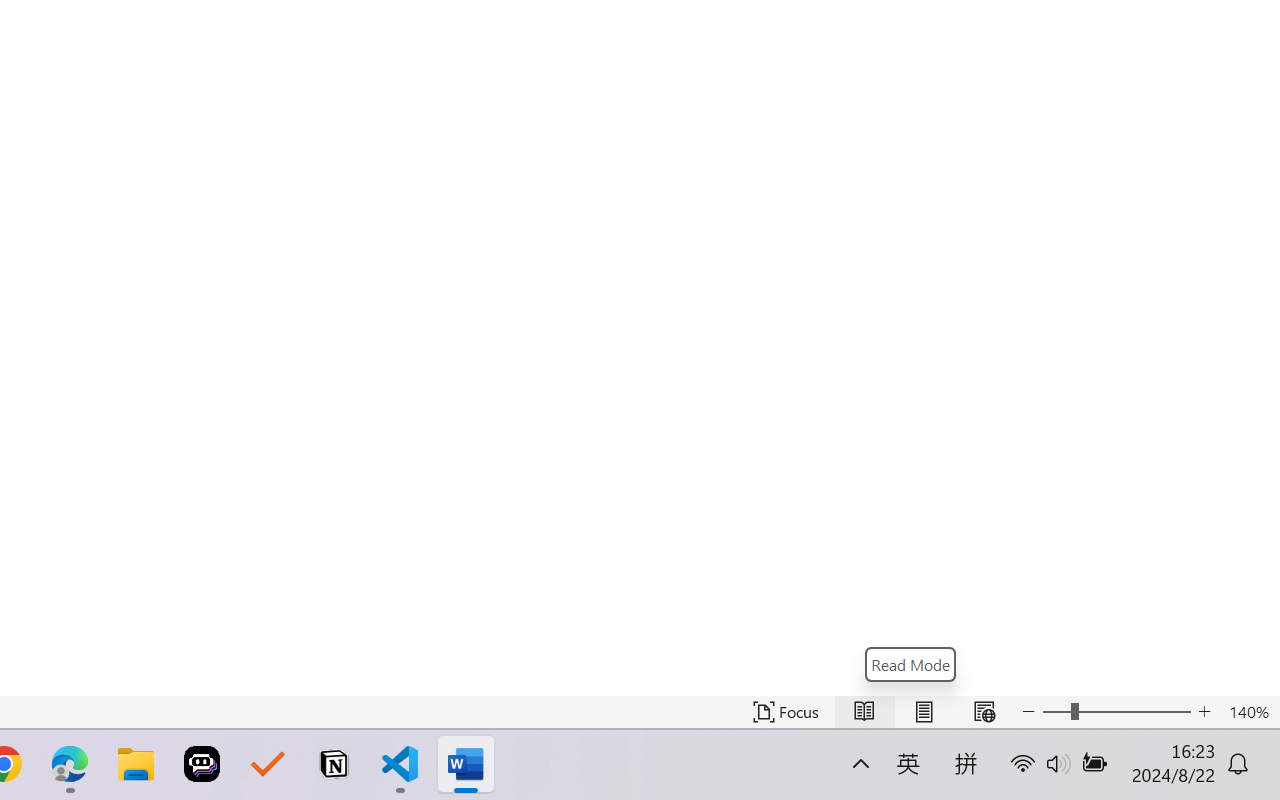 The width and height of the screenshot is (1280, 800). What do you see at coordinates (1029, 711) in the screenshot?
I see `'Decrease Text Size'` at bounding box center [1029, 711].